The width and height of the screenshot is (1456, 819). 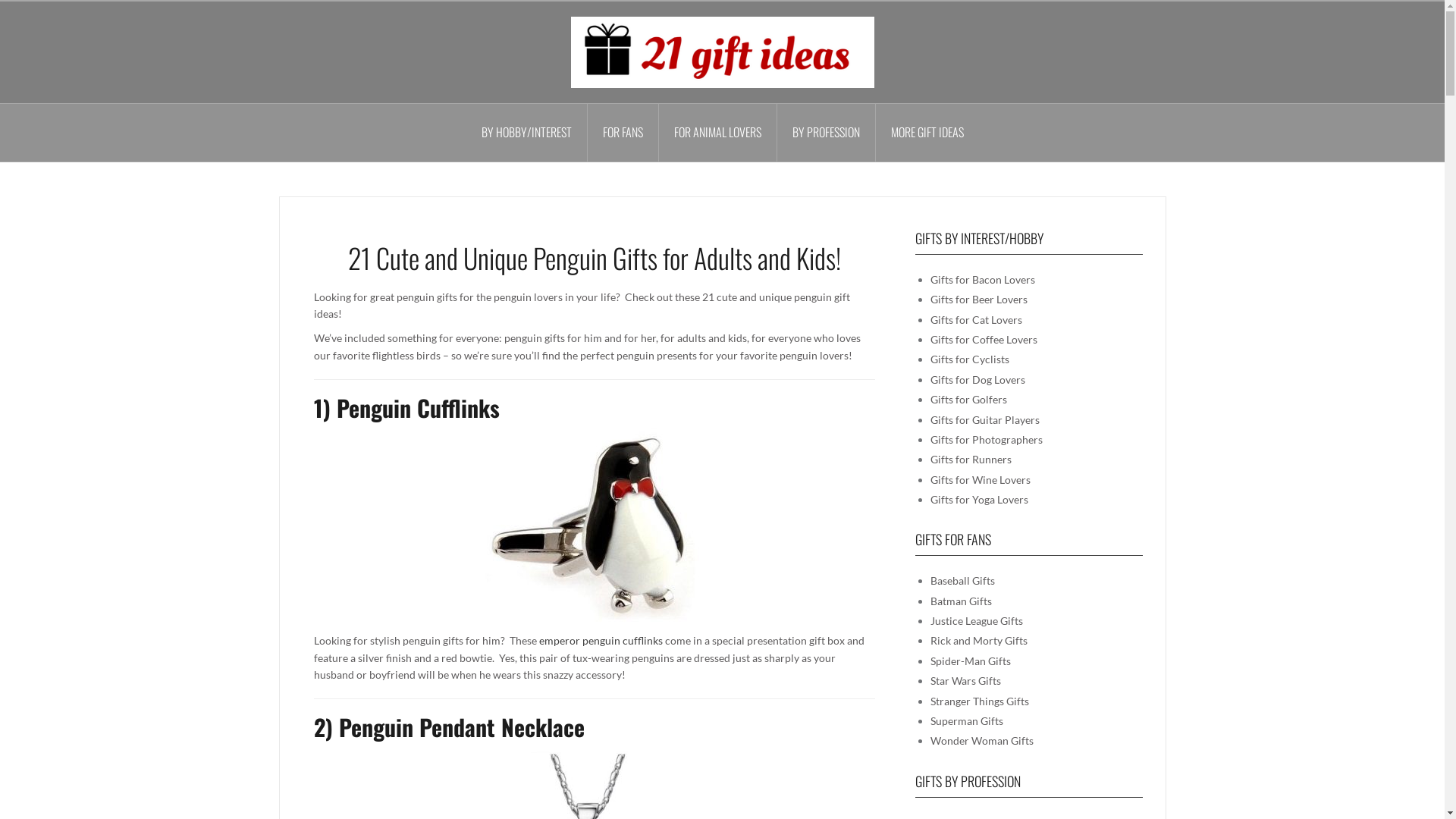 I want to click on 'Wonder Woman Gifts', so click(x=981, y=739).